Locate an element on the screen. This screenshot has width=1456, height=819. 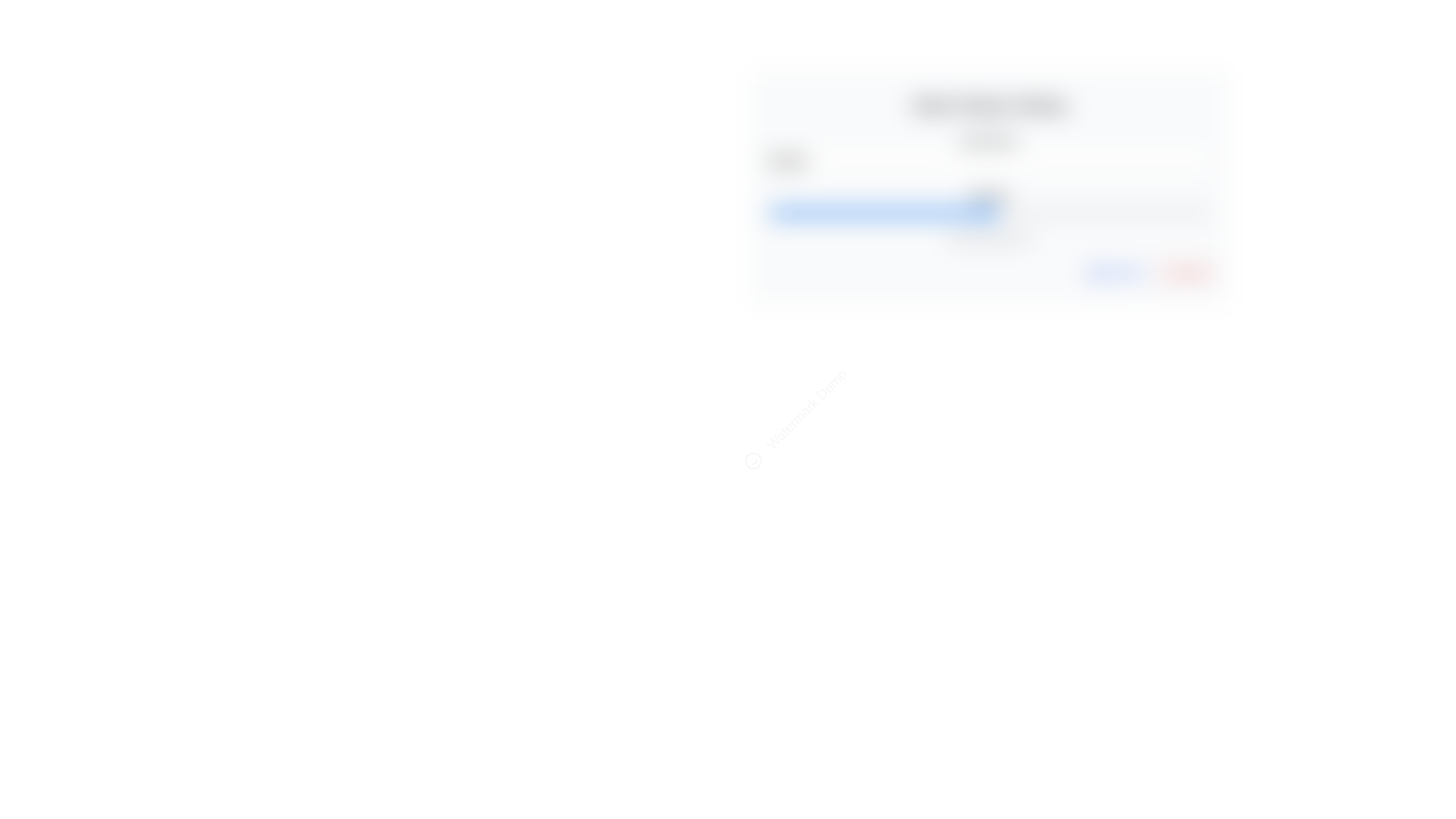
the slider value is located at coordinates (1063, 213).